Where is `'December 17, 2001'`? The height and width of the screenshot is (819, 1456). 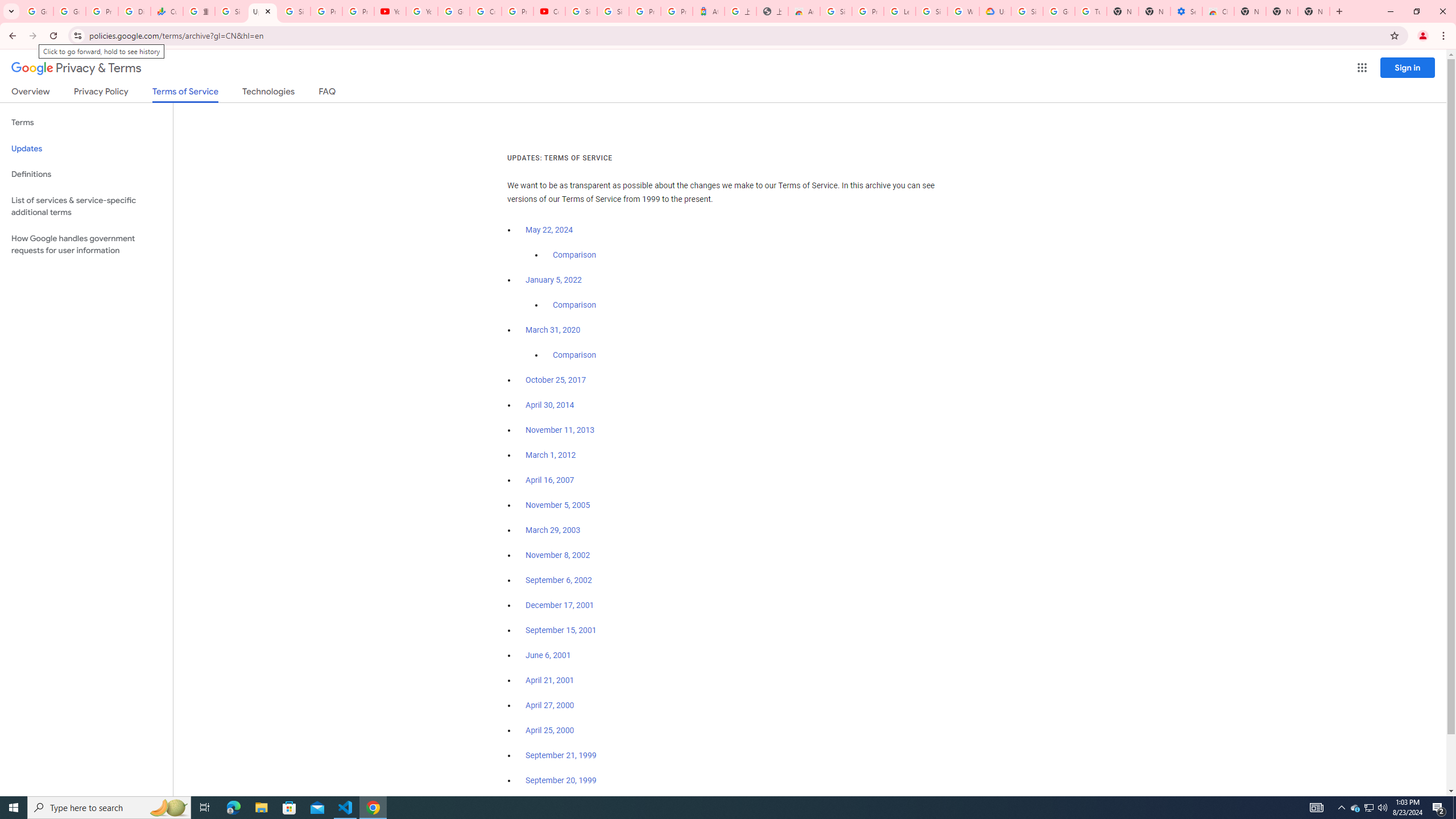
'December 17, 2001' is located at coordinates (559, 605).